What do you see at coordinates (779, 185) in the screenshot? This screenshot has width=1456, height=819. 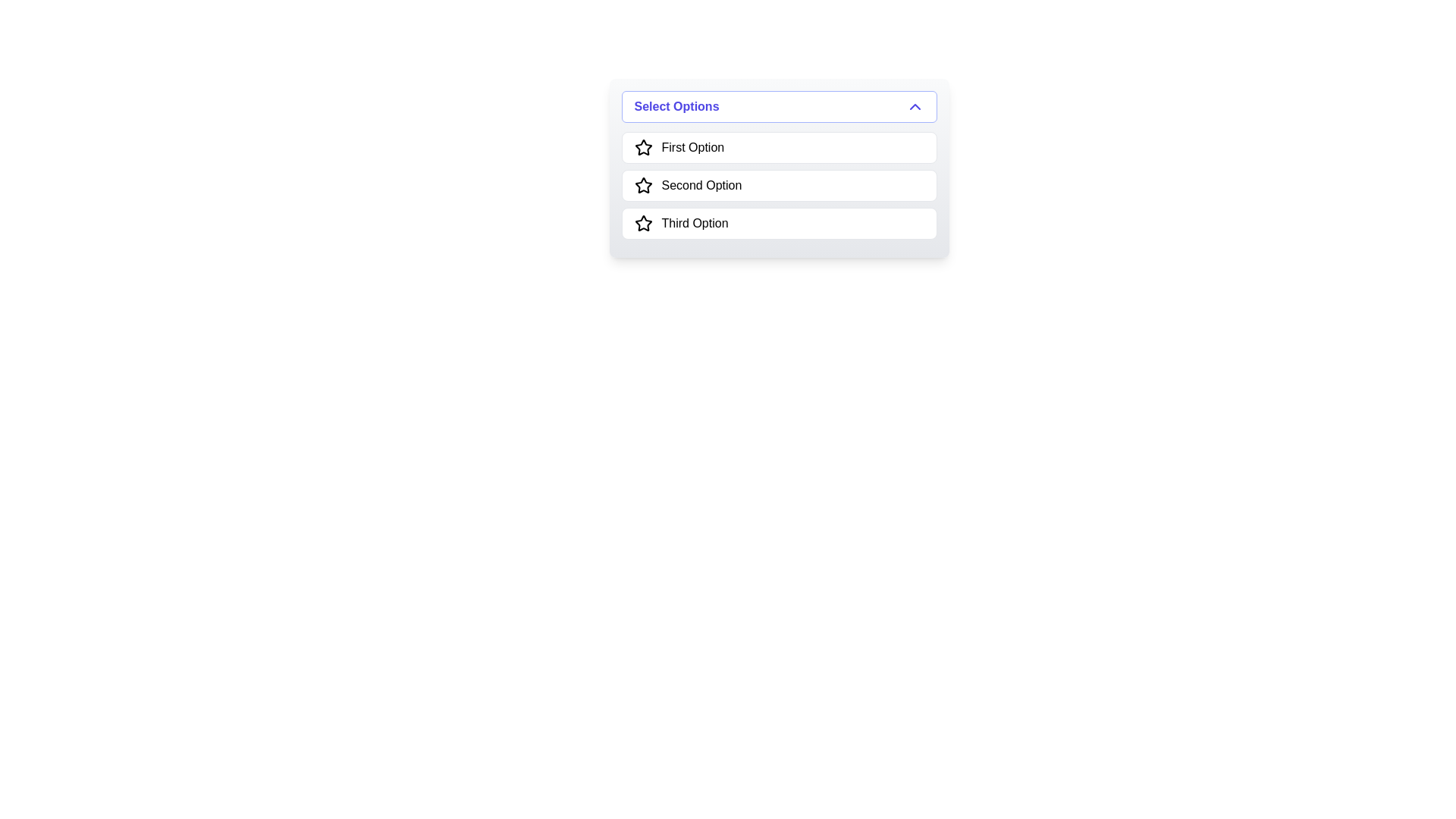 I see `the 'Second Option' button in the dropdown menu to trigger hover effects` at bounding box center [779, 185].